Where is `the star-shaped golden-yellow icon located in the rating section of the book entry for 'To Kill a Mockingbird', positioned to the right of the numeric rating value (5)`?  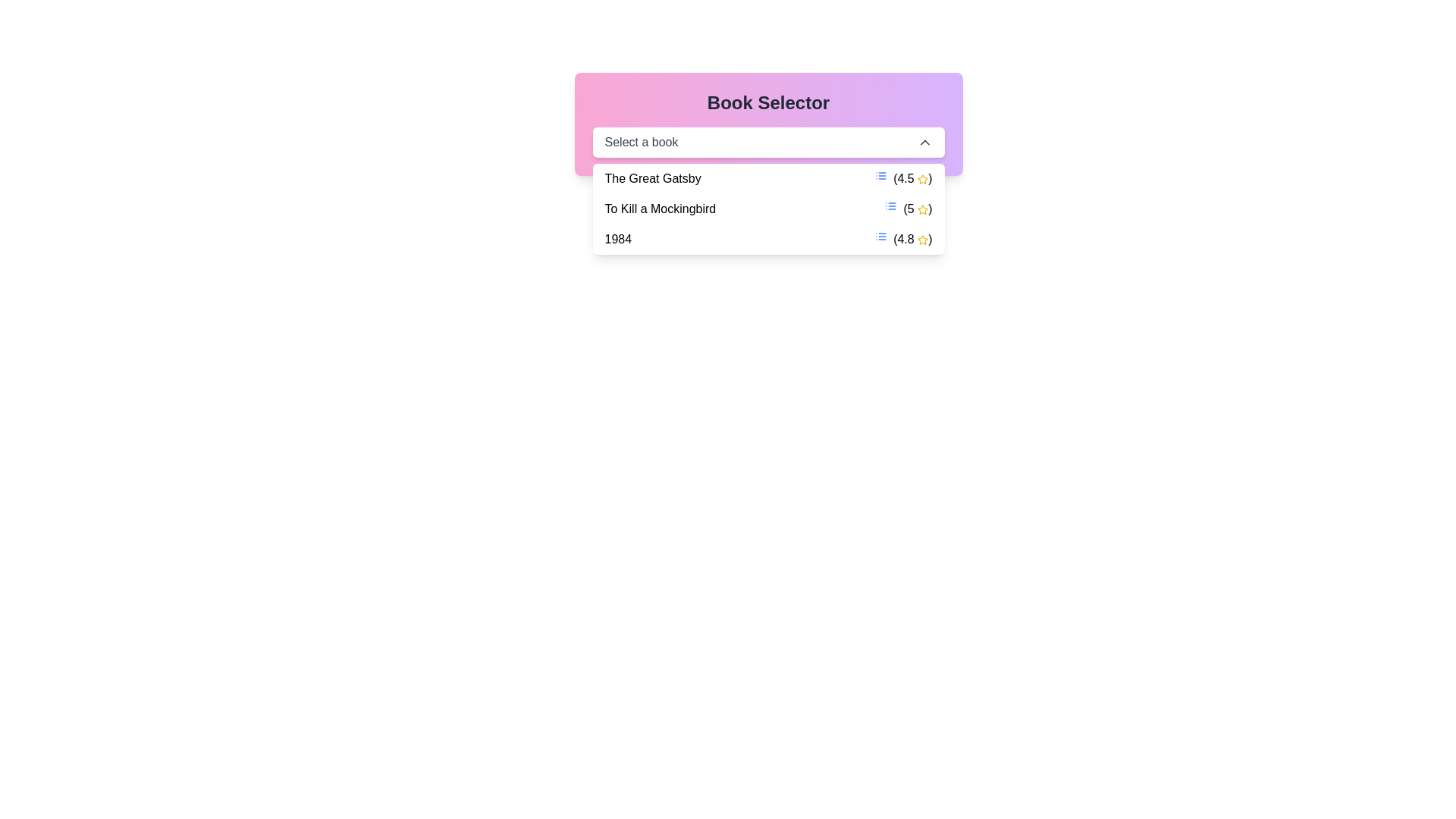 the star-shaped golden-yellow icon located in the rating section of the book entry for 'To Kill a Mockingbird', positioned to the right of the numeric rating value (5) is located at coordinates (922, 209).